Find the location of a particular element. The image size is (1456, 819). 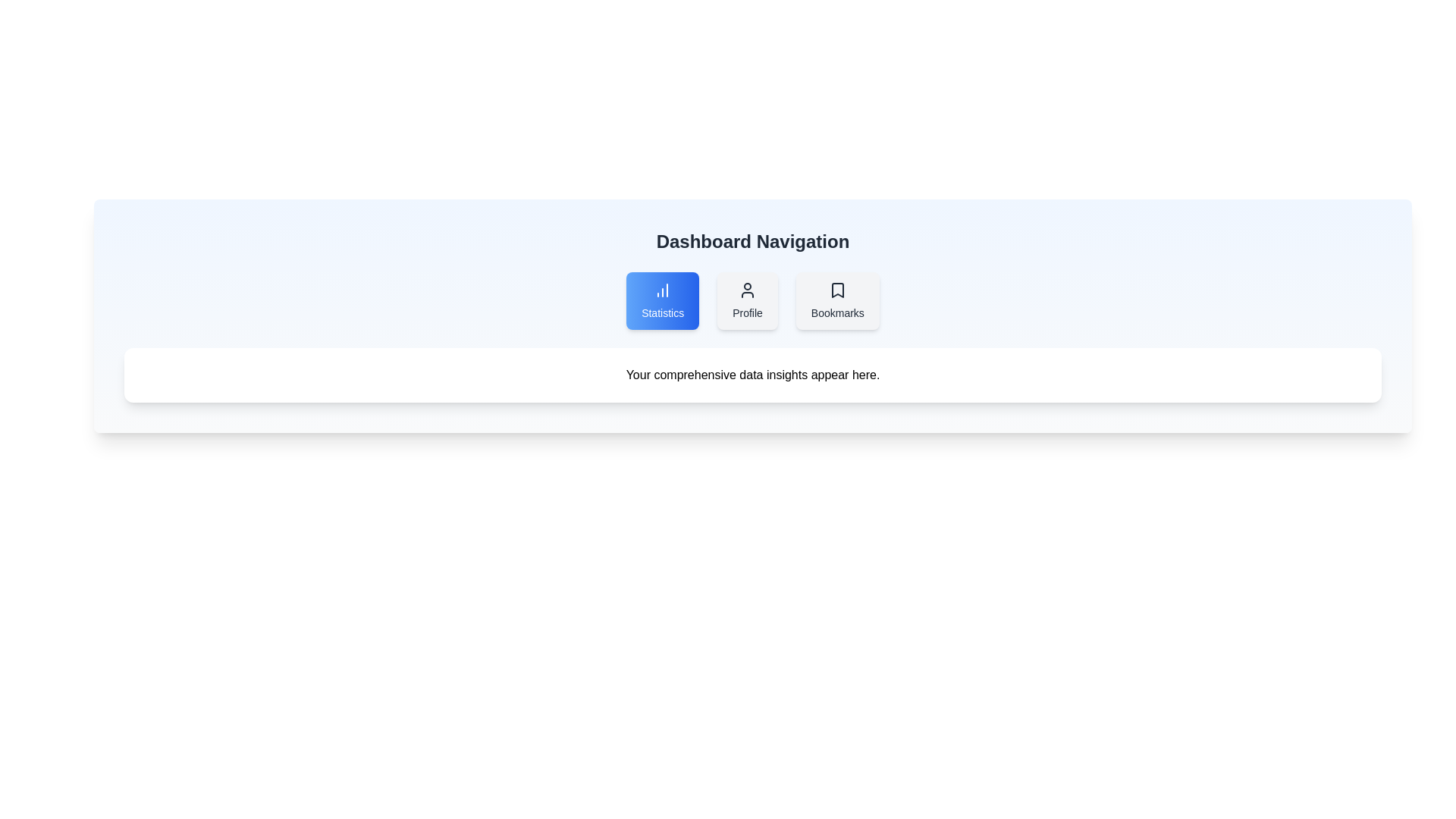

the middle button labeled 'Profile' in the central navigation bar of the 'Dashboard Navigation' panel is located at coordinates (753, 301).